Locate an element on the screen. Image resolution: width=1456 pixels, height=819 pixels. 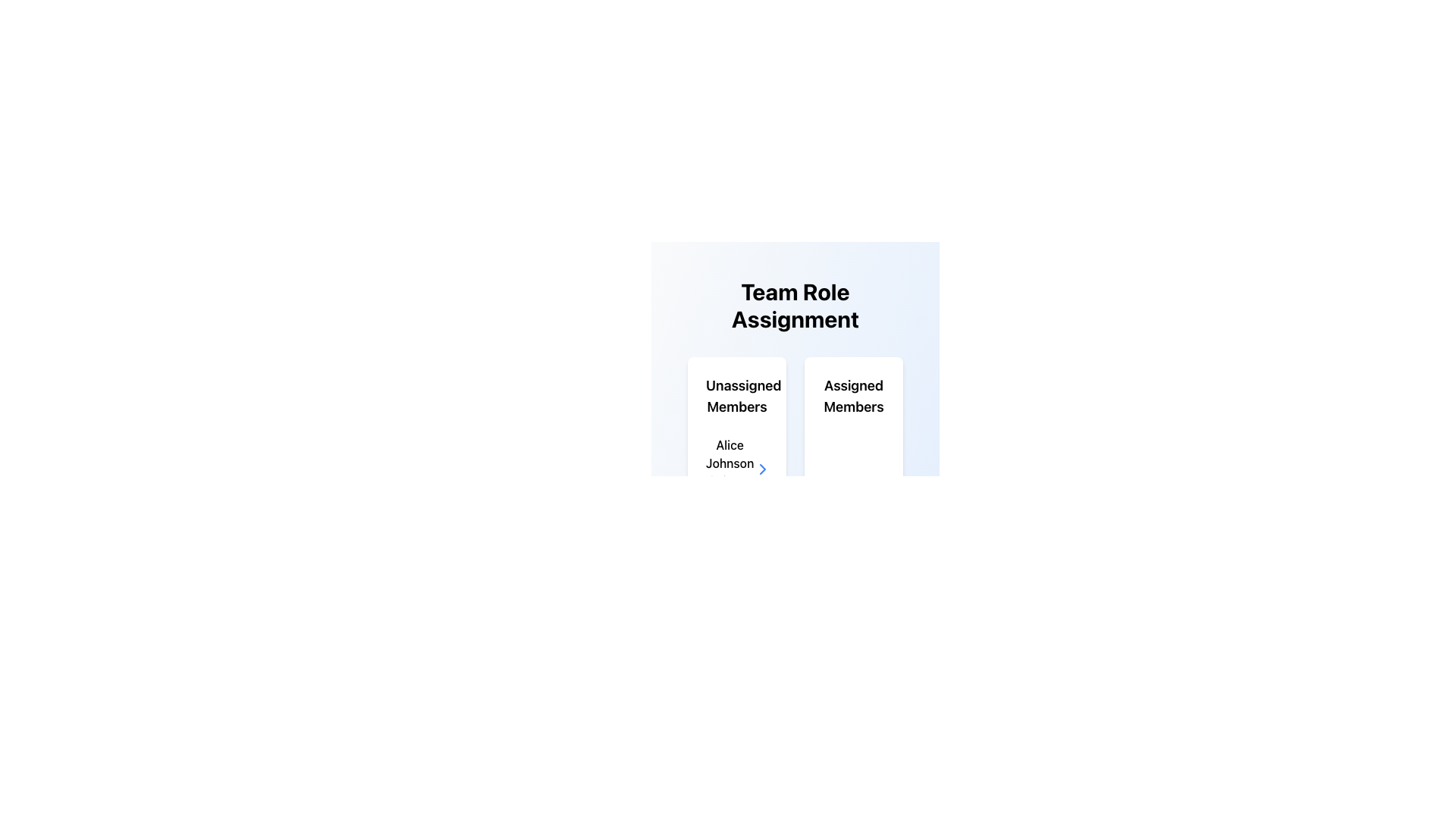
the header text element that introduces the section for team role assignments, referred to as a title is located at coordinates (795, 305).